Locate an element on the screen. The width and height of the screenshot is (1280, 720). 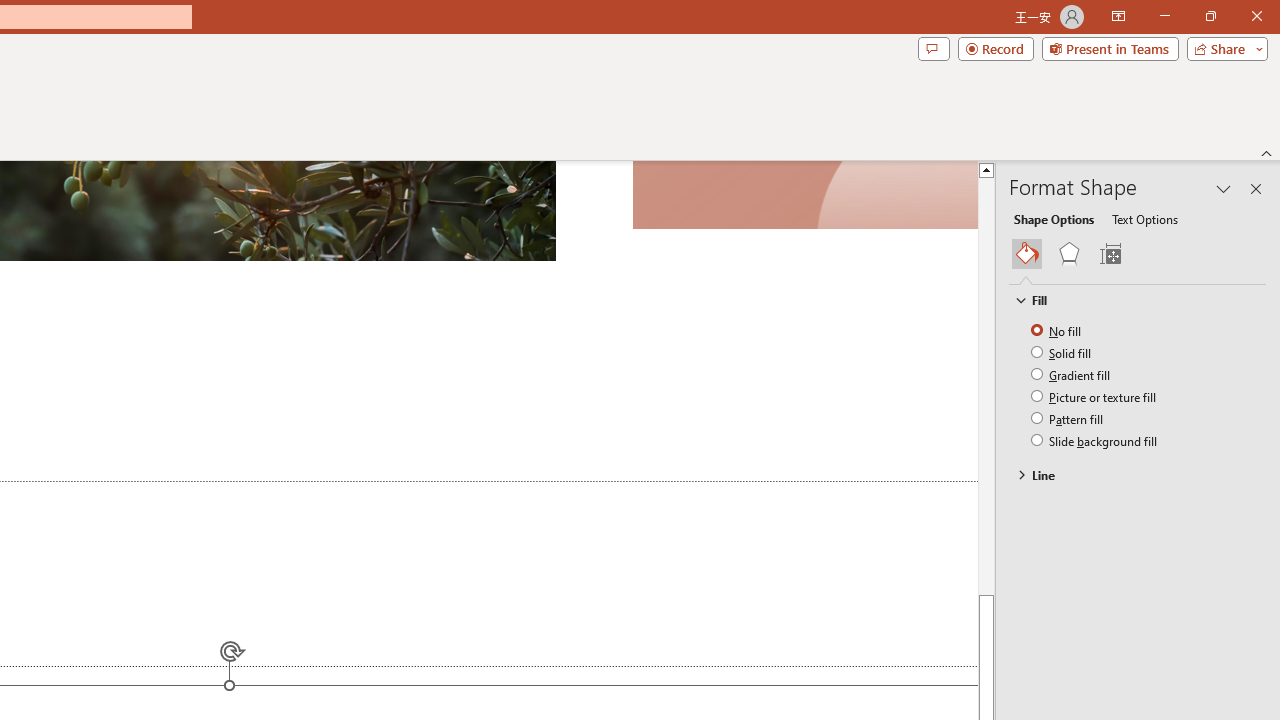
'Class: NetUIGalleryContainer' is located at coordinates (1138, 253).